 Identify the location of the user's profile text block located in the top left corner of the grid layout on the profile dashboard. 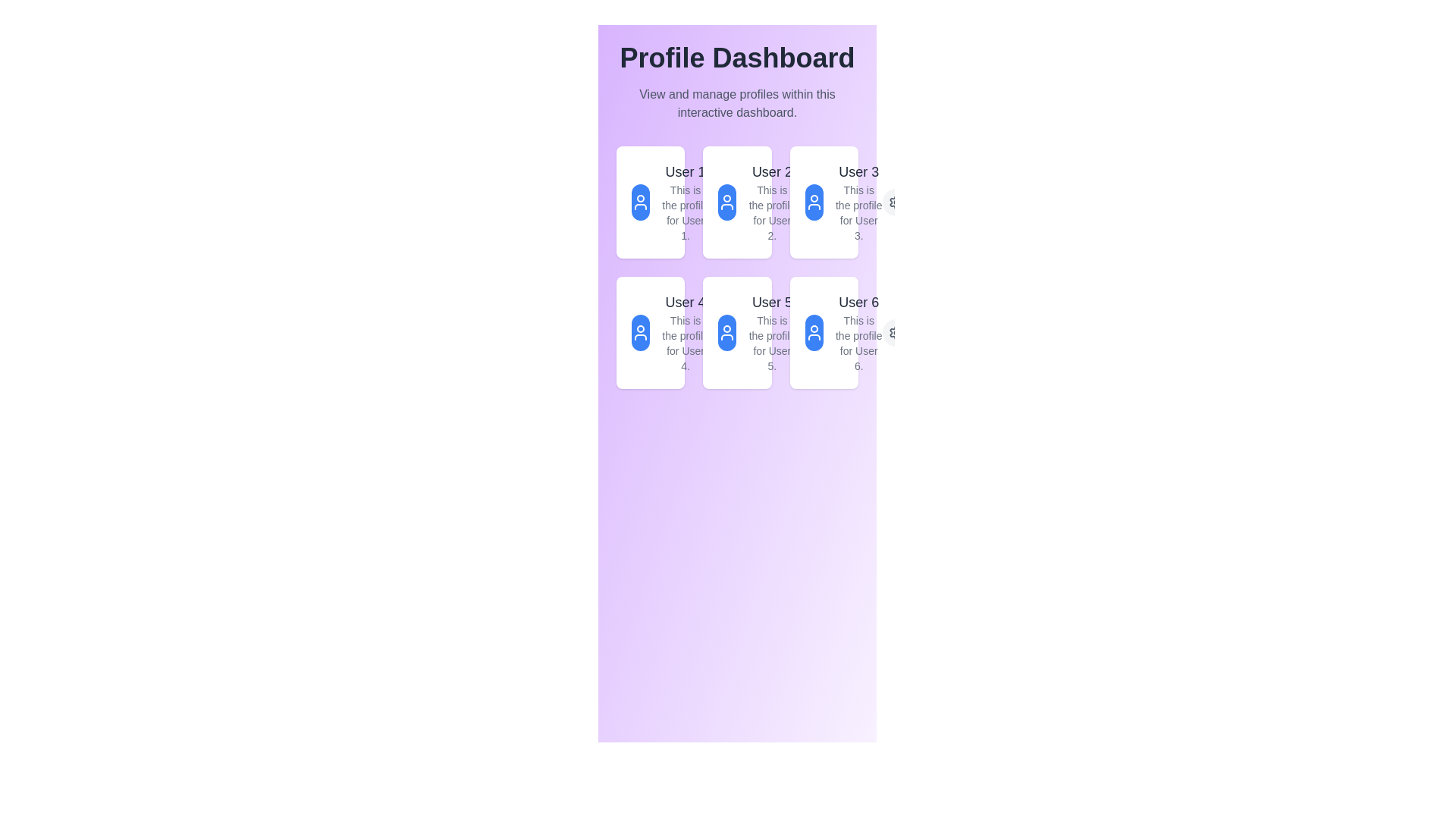
(685, 201).